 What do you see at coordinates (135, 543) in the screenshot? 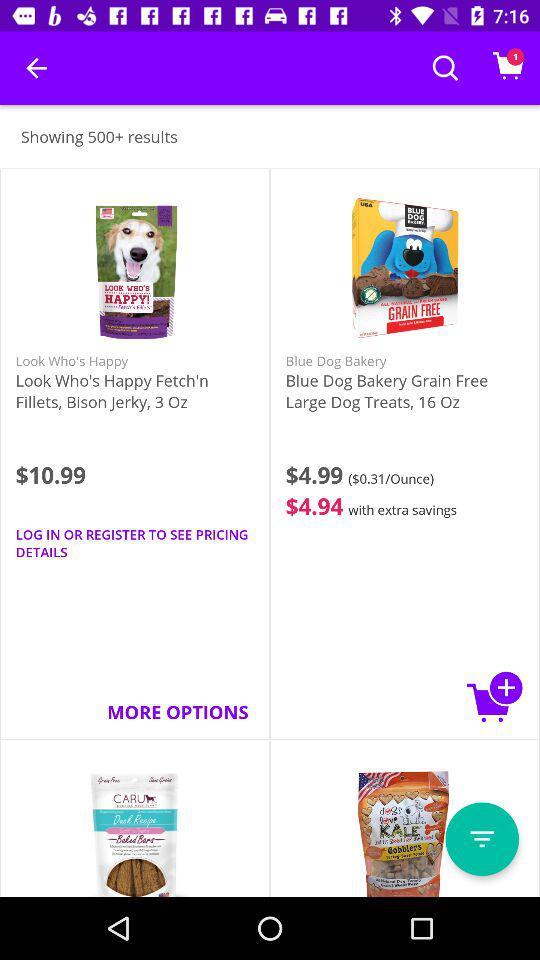
I see `icon below $10.99` at bounding box center [135, 543].